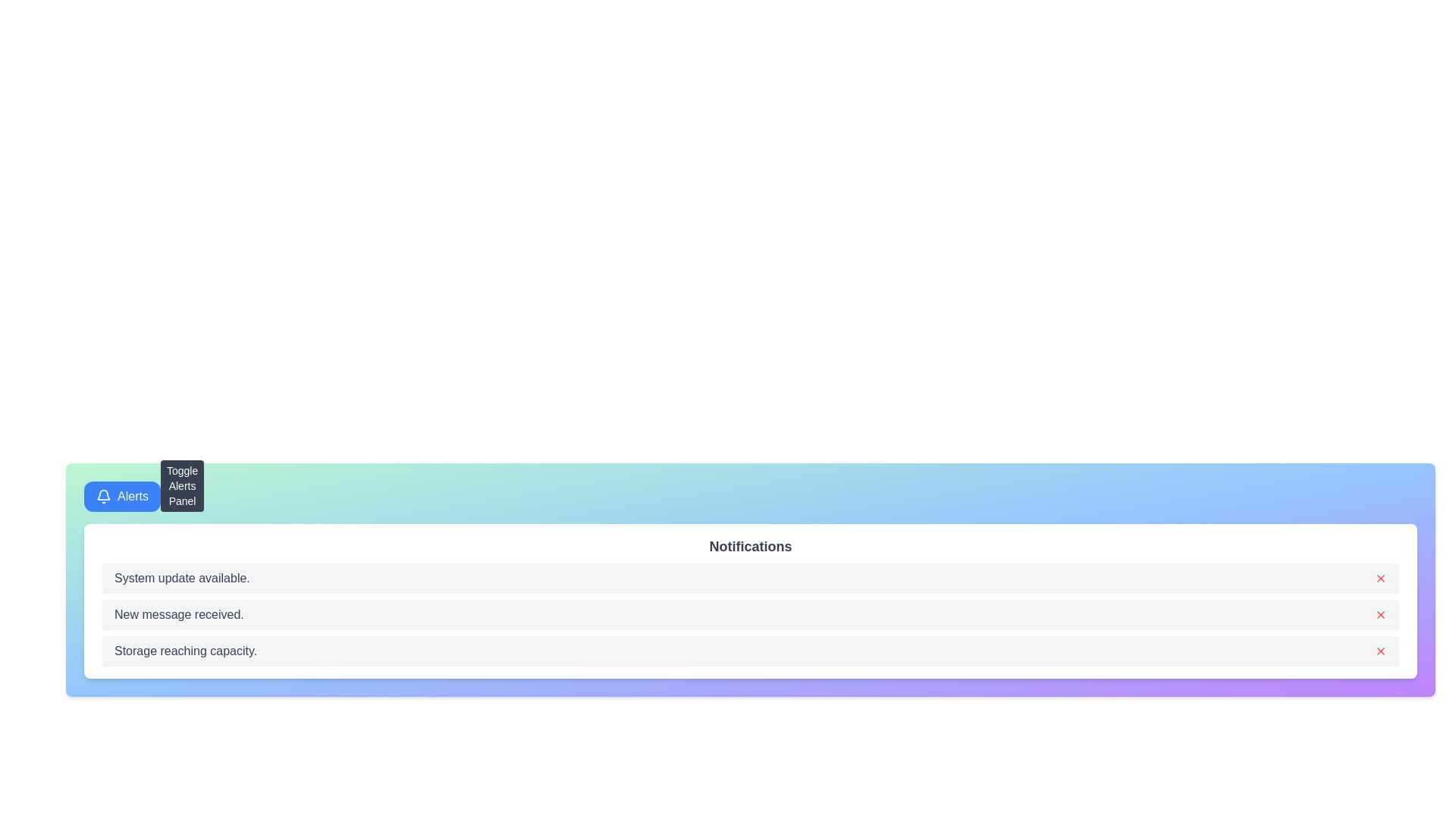 This screenshot has width=1456, height=819. What do you see at coordinates (750, 547) in the screenshot?
I see `the 'Notifications' text display element, which is styled with bold and large font and positioned at the top of the notifications section` at bounding box center [750, 547].